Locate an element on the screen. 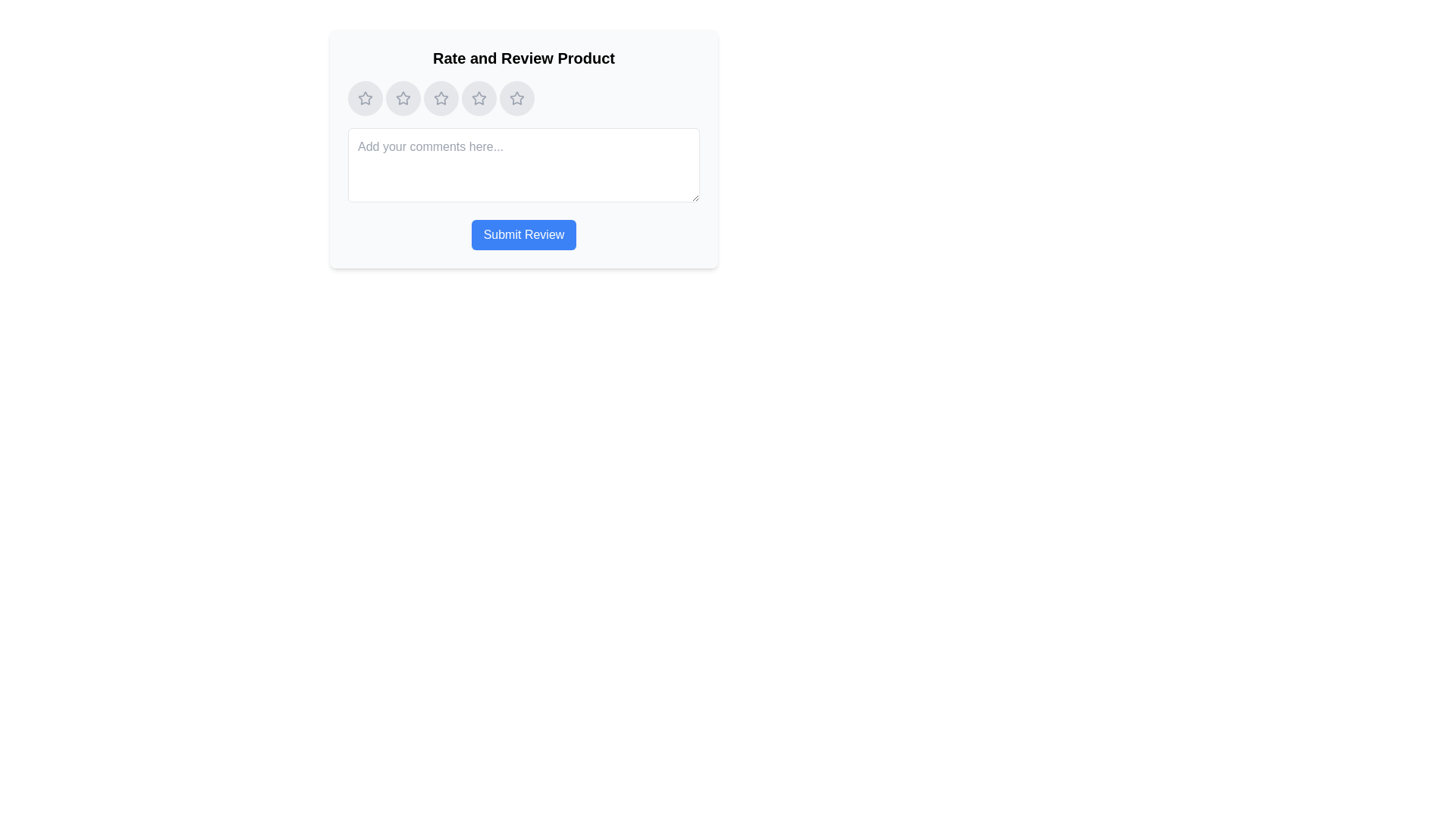 Image resolution: width=1456 pixels, height=819 pixels. the third round button featuring a star icon with a gray background in the 'Rate and Review Product' section is located at coordinates (440, 99).